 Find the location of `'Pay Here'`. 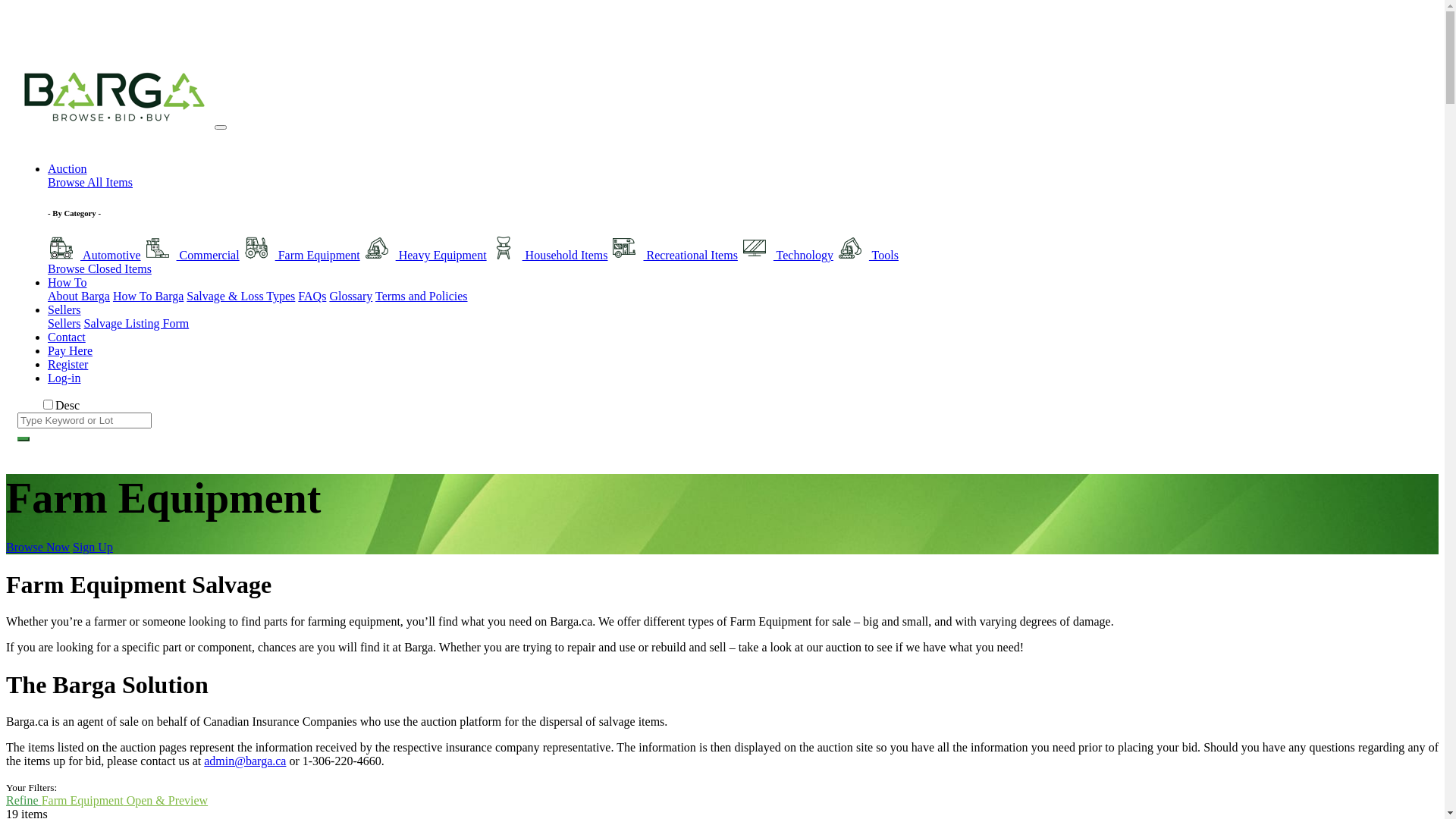

'Pay Here' is located at coordinates (69, 350).